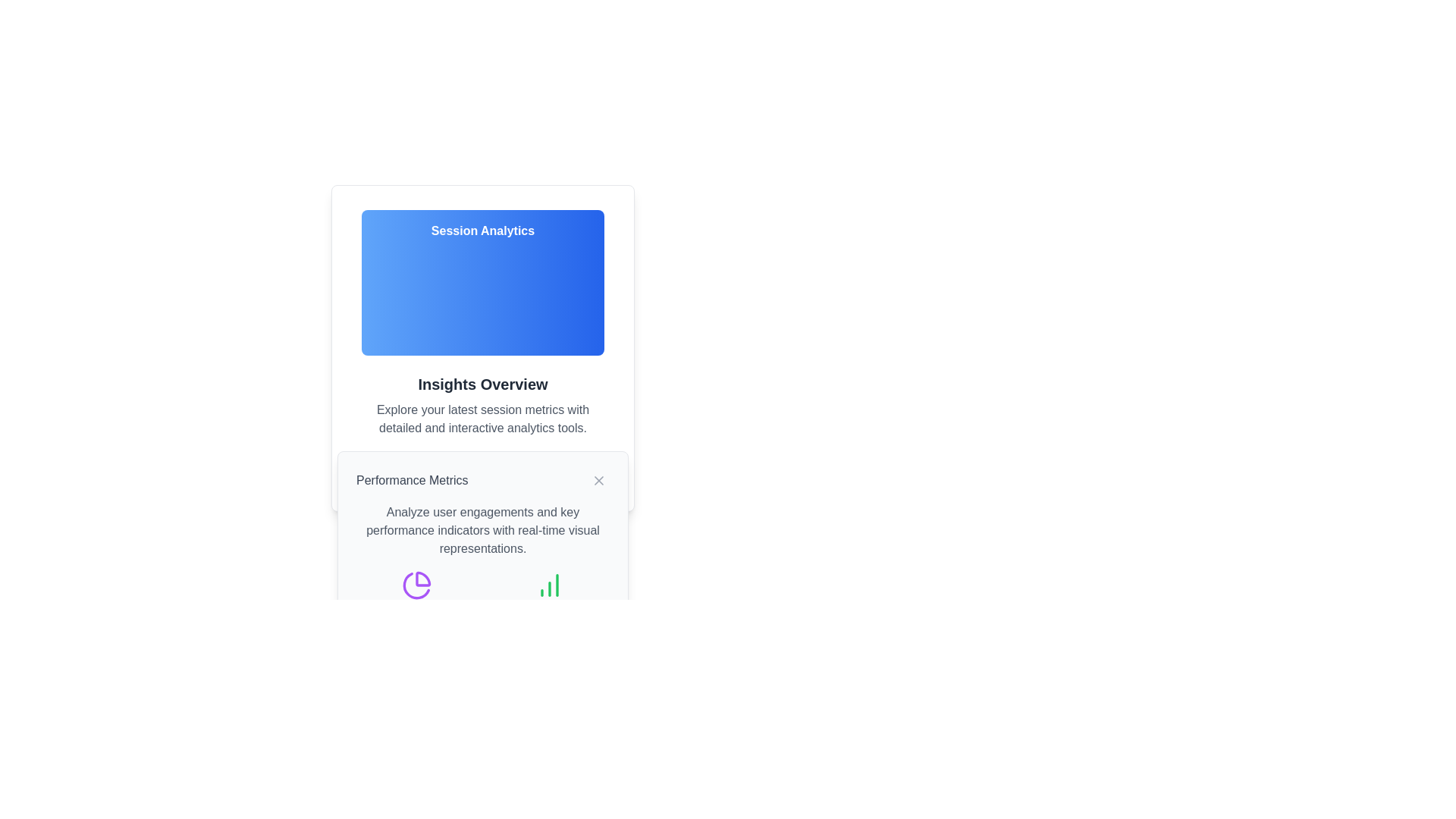 The height and width of the screenshot is (819, 1456). Describe the element at coordinates (482, 529) in the screenshot. I see `text block containing 'Analyze user engagements and key performance indicators with real-time visual representations.' styled in gray font, located below the 'Performance Metrics' title` at that location.